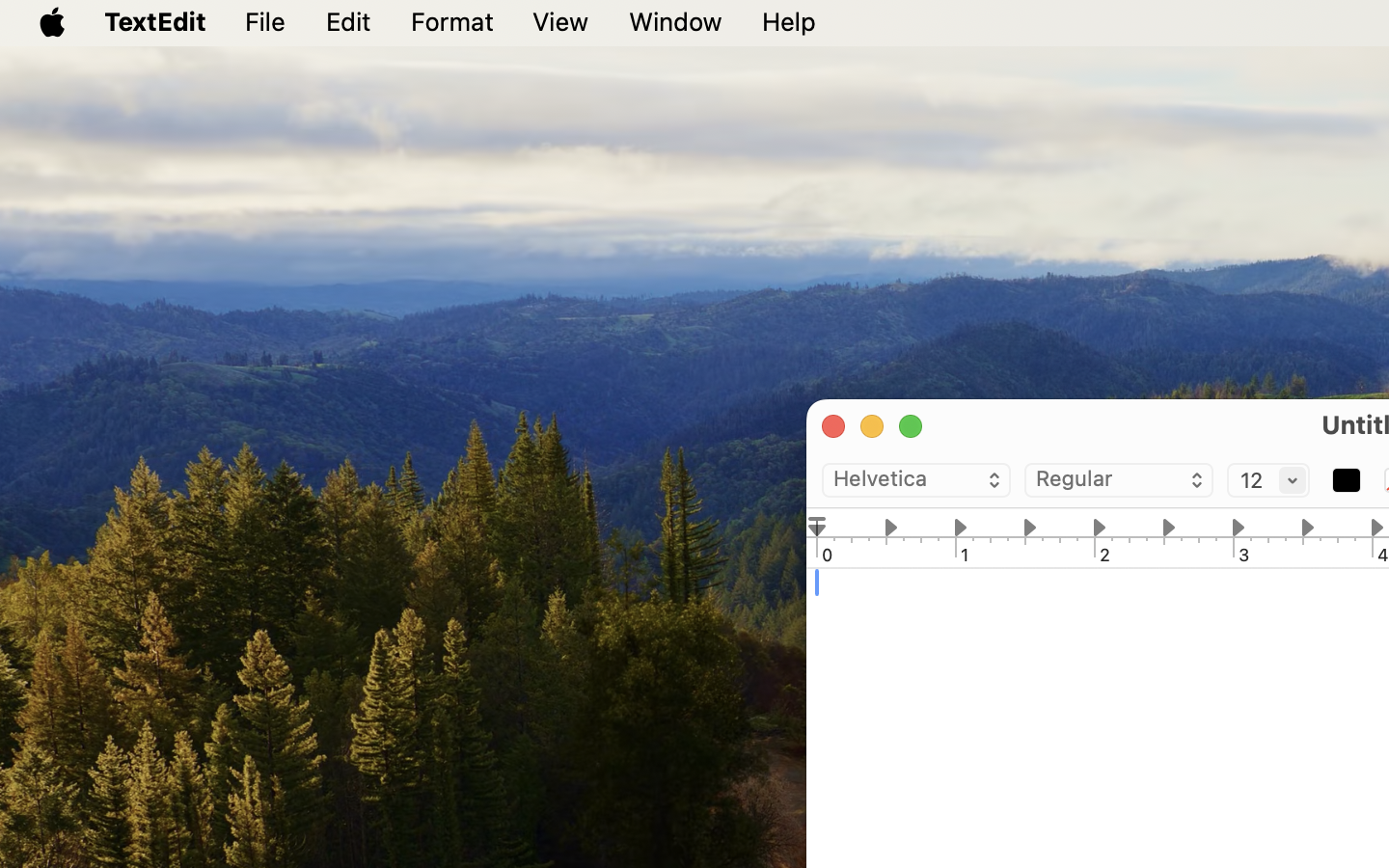  Describe the element at coordinates (1346, 479) in the screenshot. I see `'rgb 0 0 0 1'` at that location.